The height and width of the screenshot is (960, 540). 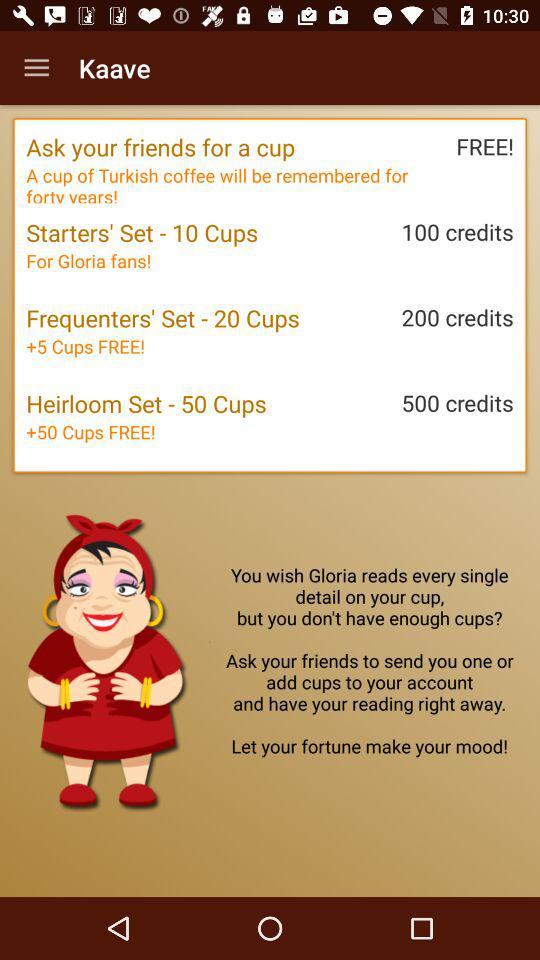 I want to click on the icon to the left of the kaave item, so click(x=36, y=68).